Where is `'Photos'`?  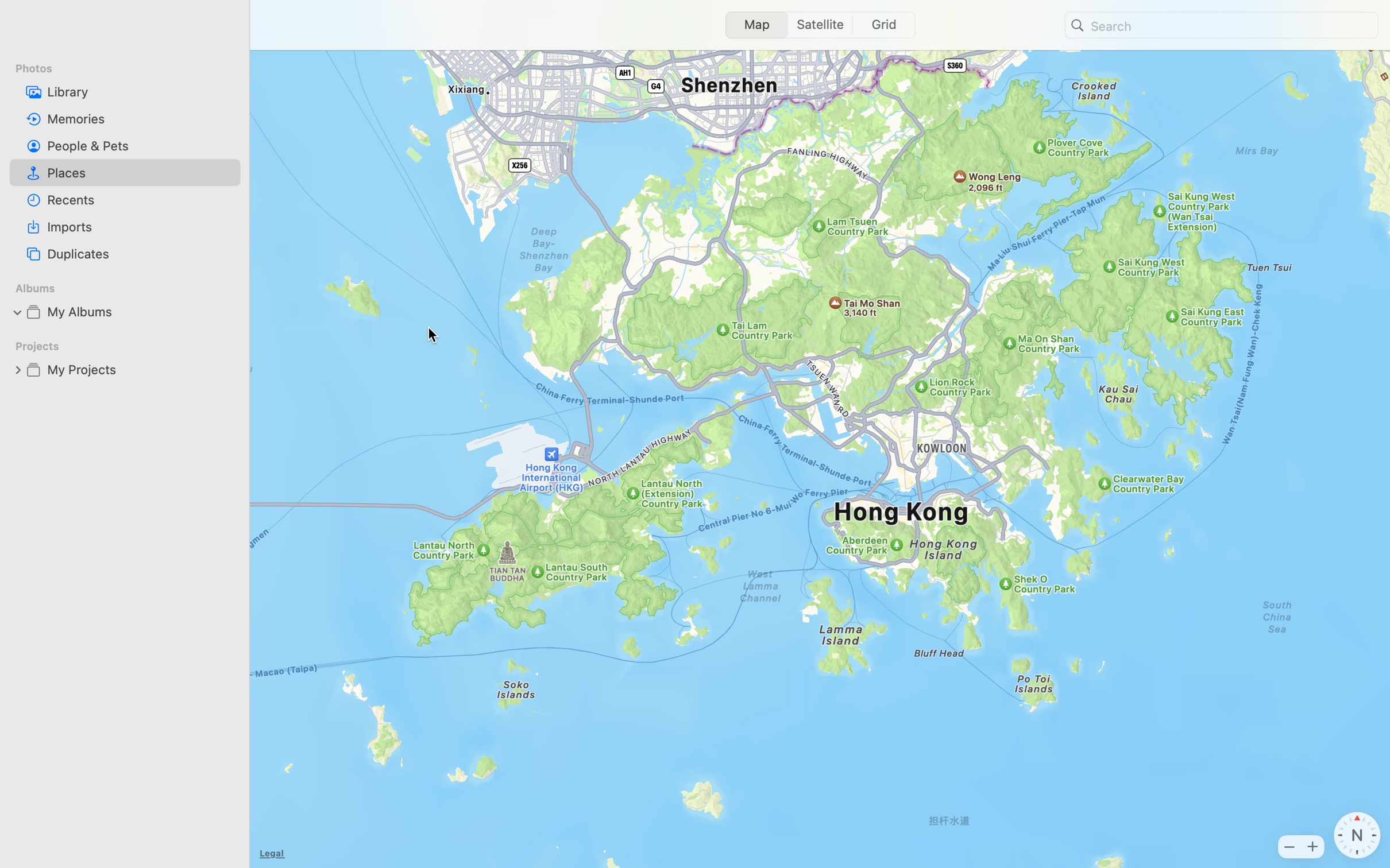
'Photos' is located at coordinates (131, 68).